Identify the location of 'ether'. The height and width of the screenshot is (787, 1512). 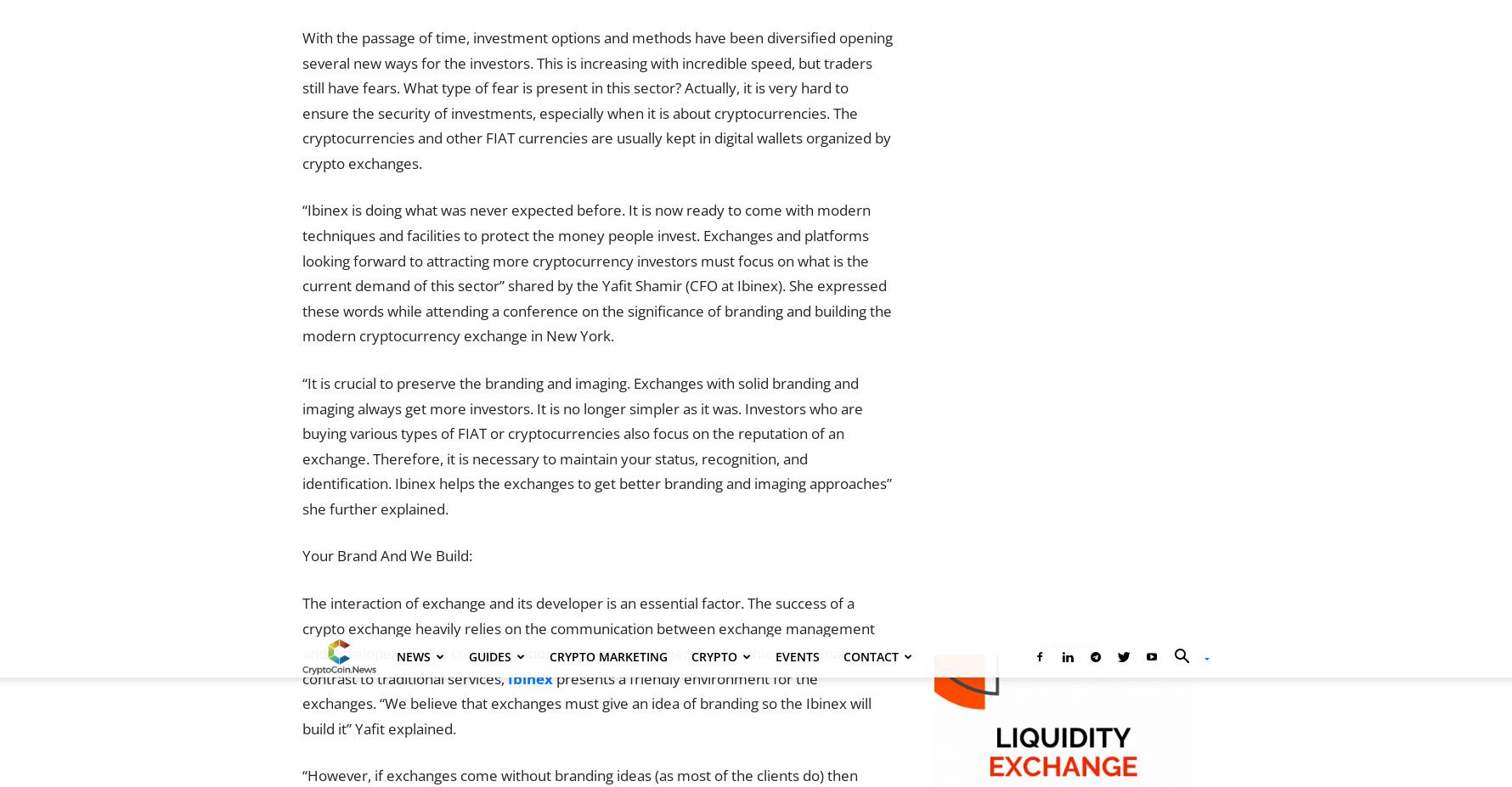
(569, 156).